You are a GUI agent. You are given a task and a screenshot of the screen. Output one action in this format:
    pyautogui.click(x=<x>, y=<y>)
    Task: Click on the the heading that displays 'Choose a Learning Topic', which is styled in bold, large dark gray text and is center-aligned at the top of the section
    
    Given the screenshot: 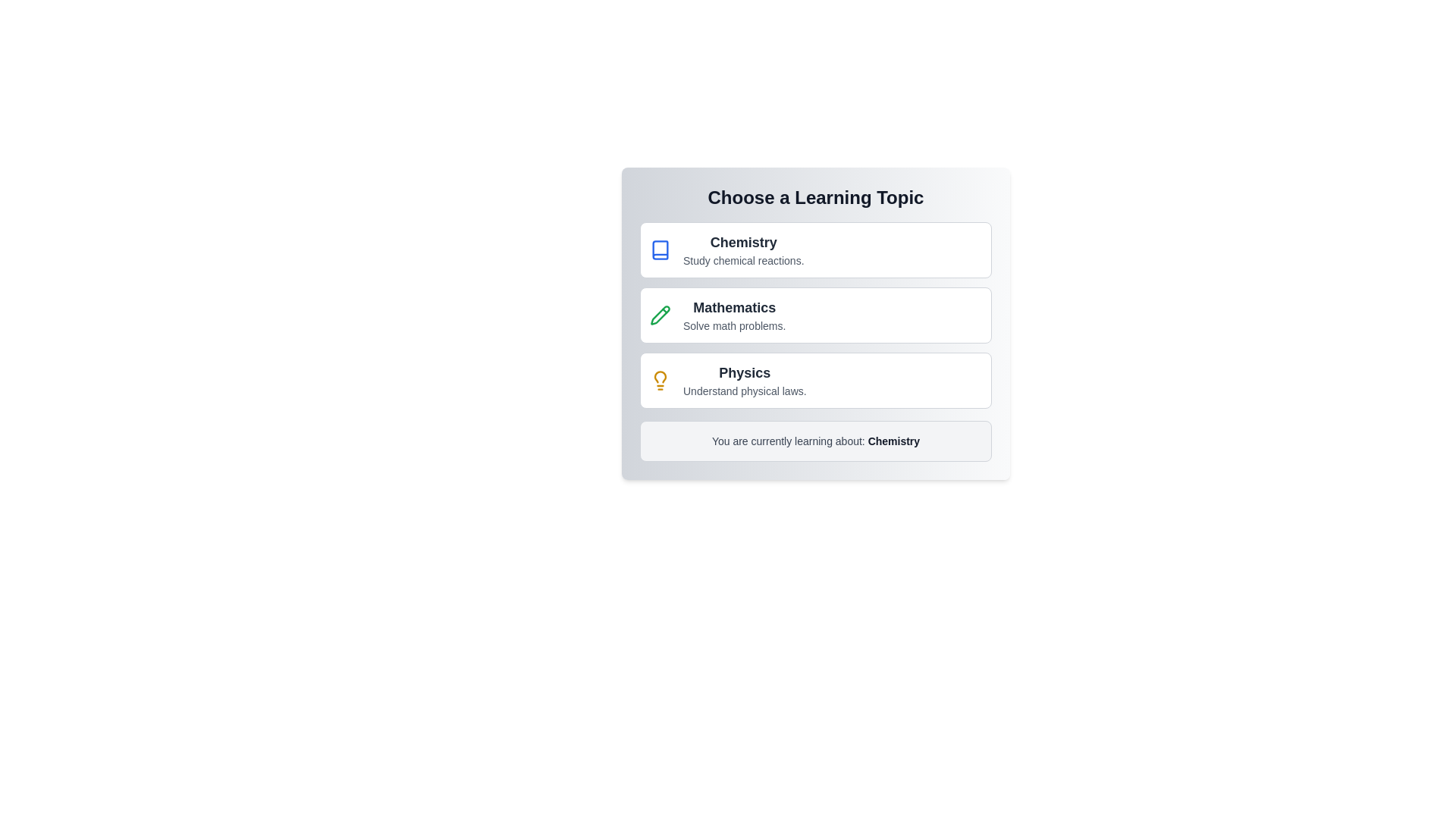 What is the action you would take?
    pyautogui.click(x=814, y=197)
    